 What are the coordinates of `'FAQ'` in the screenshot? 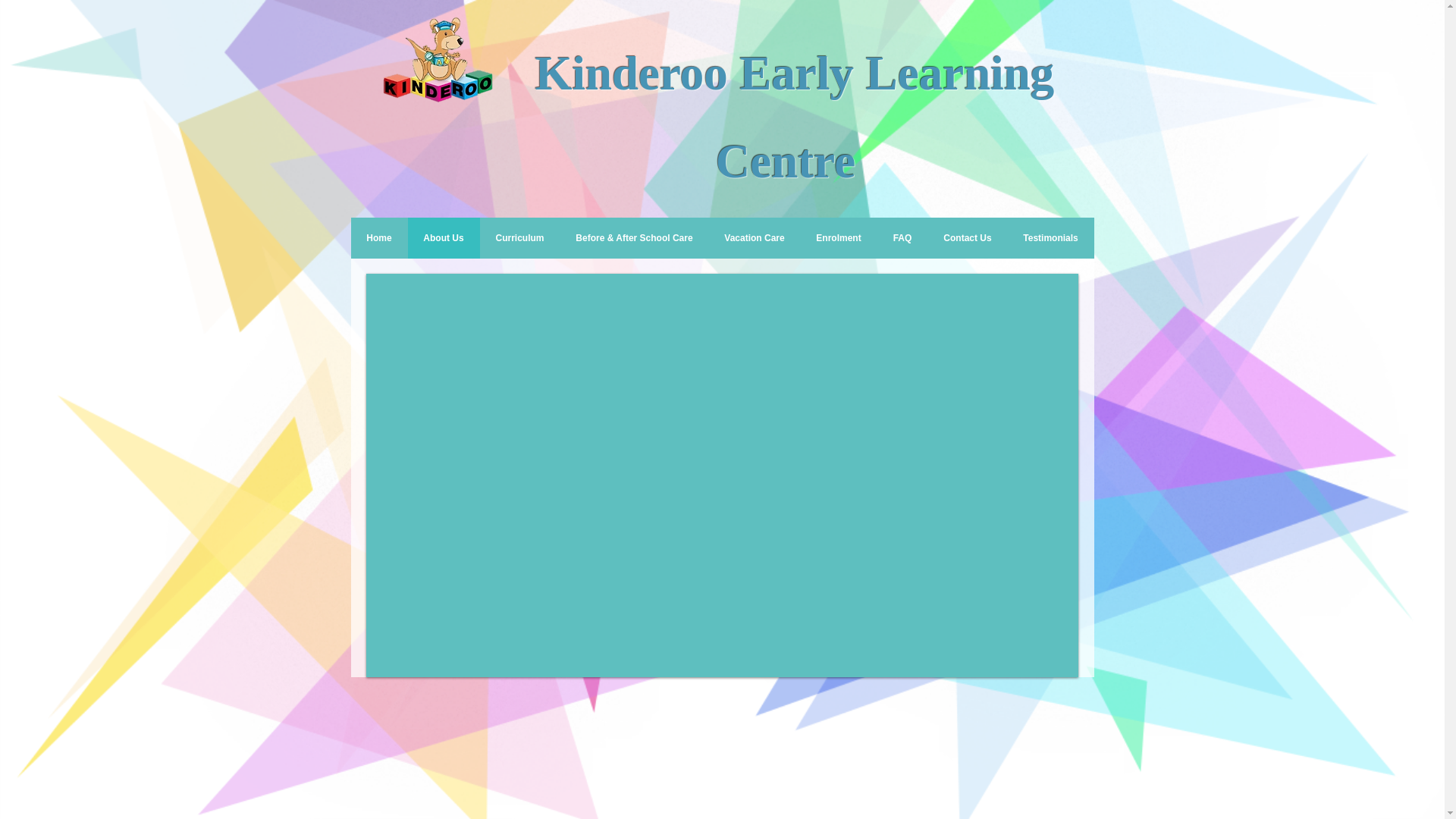 It's located at (902, 237).